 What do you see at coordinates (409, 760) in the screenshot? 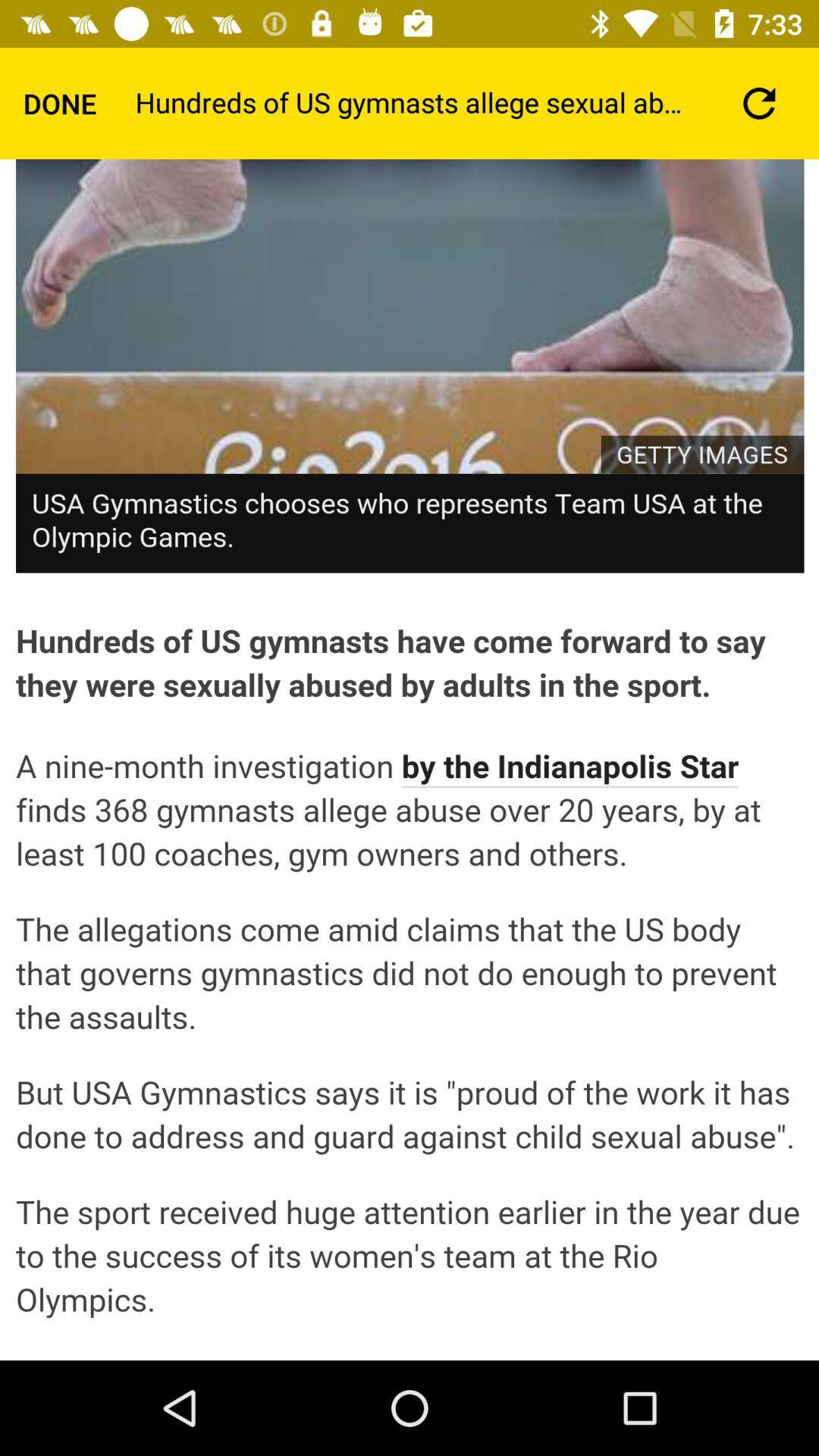
I see `internet blog` at bounding box center [409, 760].